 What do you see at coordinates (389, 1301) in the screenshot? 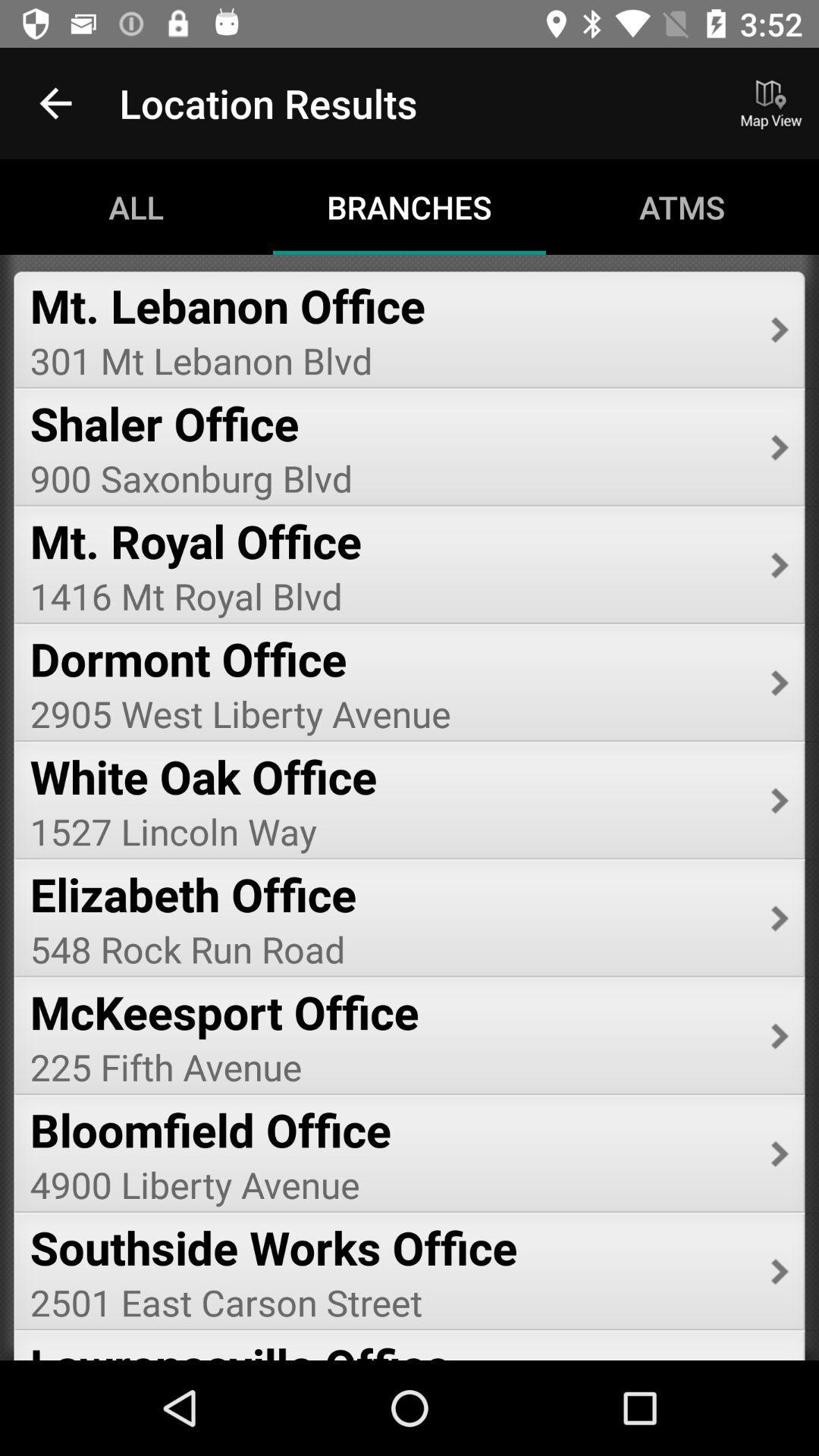
I see `the item below southside works office` at bounding box center [389, 1301].